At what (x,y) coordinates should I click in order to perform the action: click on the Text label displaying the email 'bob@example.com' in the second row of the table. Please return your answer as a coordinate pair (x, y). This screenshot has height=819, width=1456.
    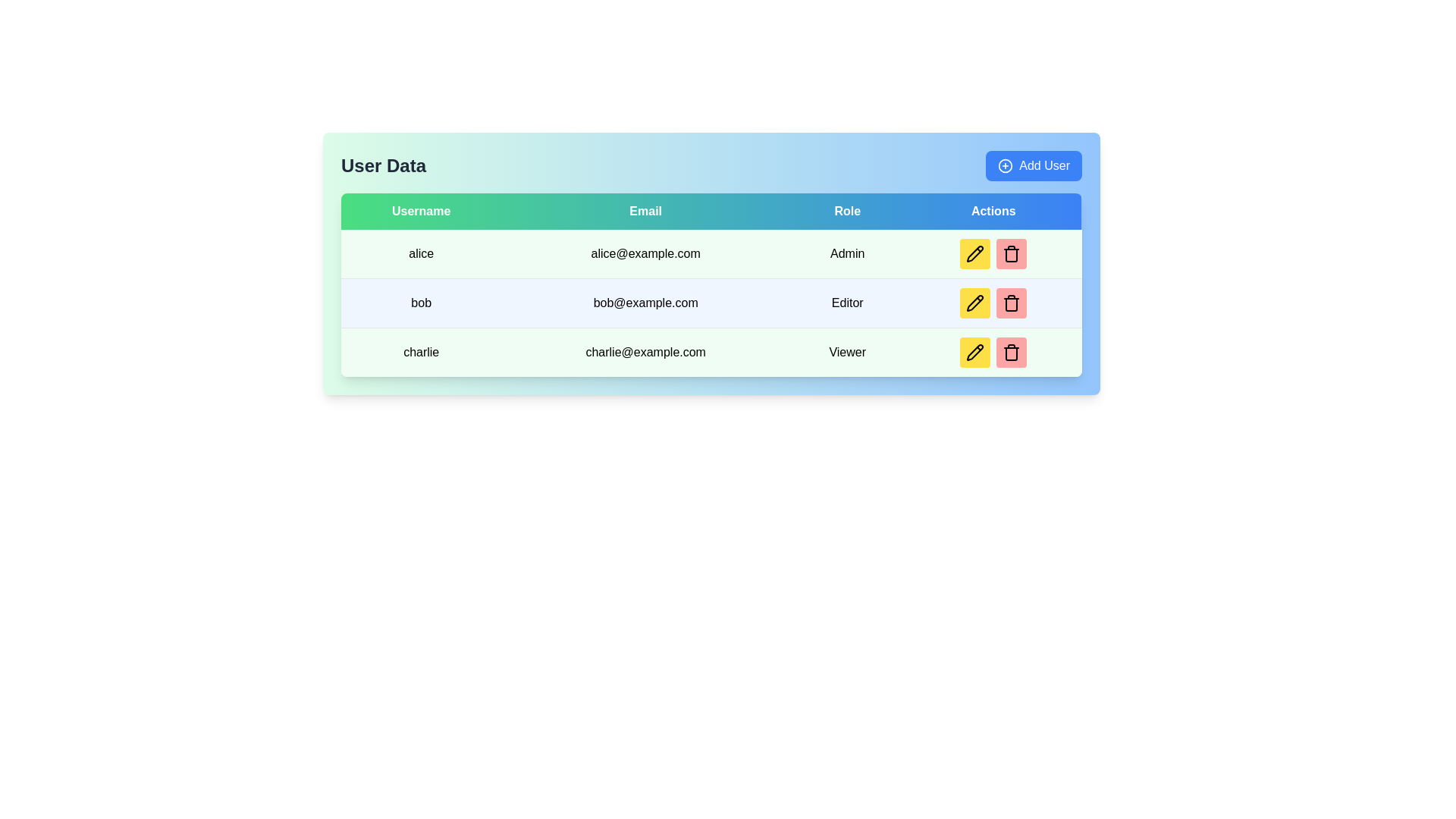
    Looking at the image, I should click on (645, 303).